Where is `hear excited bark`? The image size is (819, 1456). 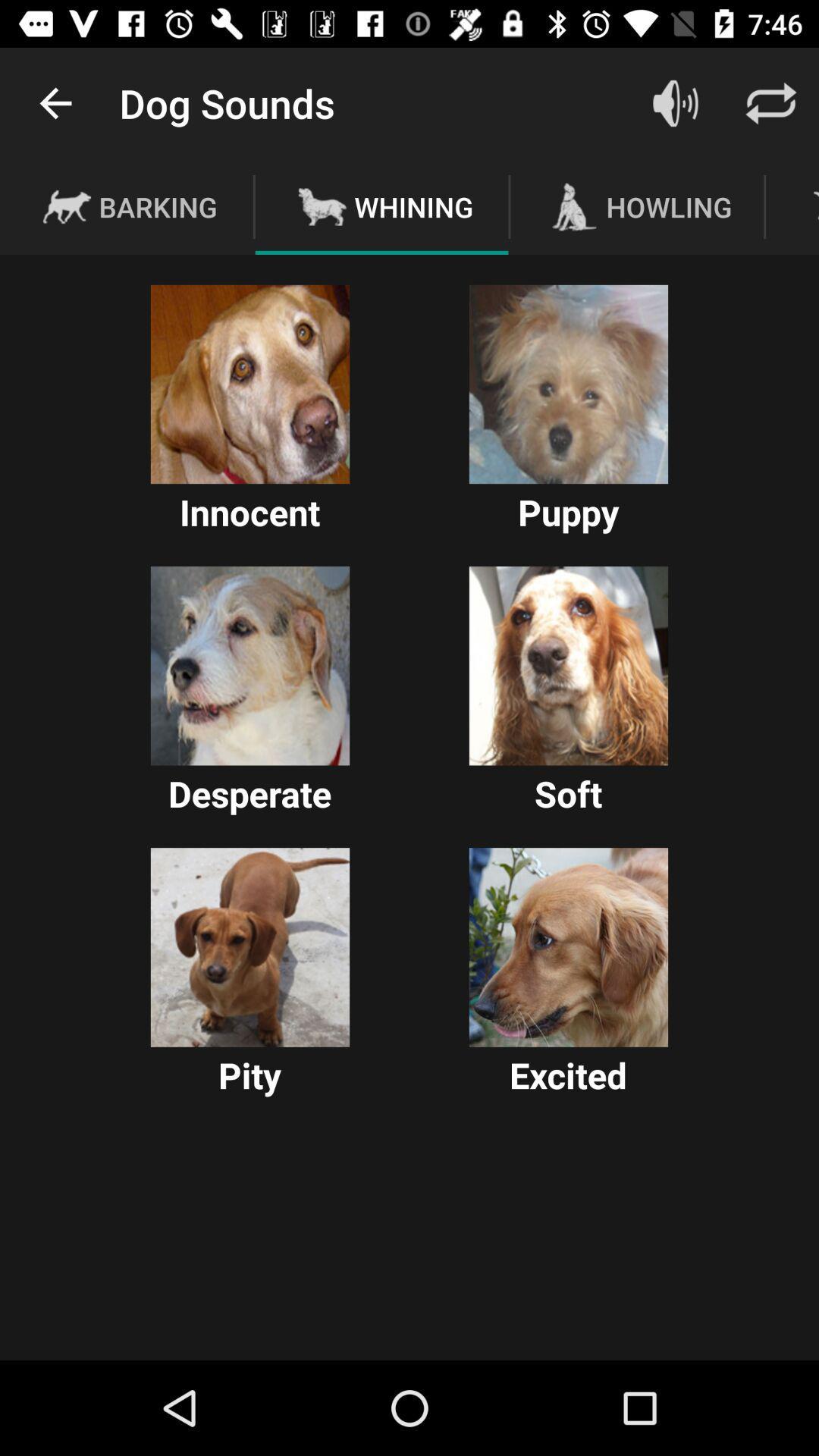 hear excited bark is located at coordinates (568, 946).